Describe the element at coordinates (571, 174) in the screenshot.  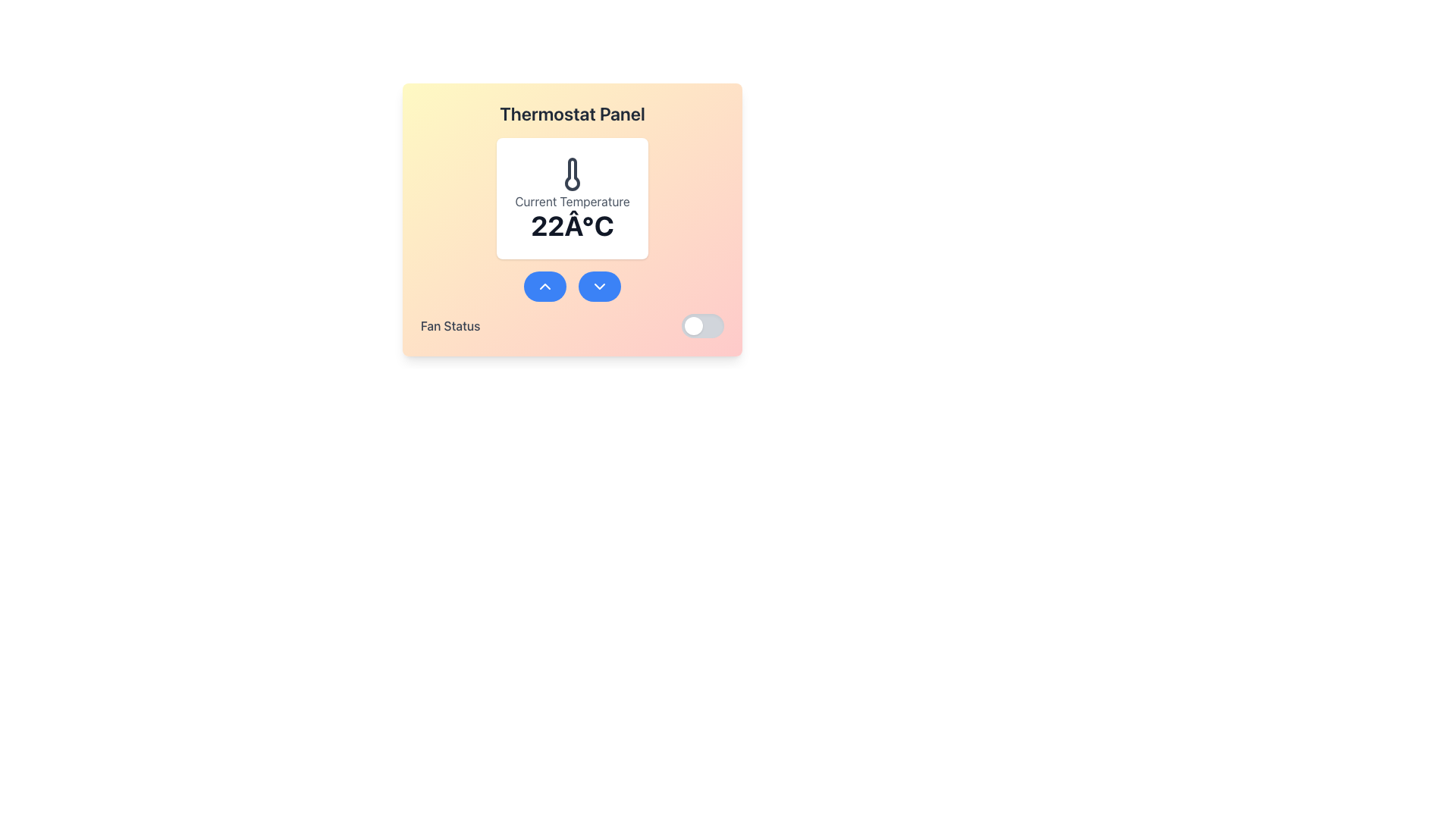
I see `the dark gray SVG graphic element resembling a thermometer, which is centered at the top of the information card above the 'Current Temperature' text` at that location.